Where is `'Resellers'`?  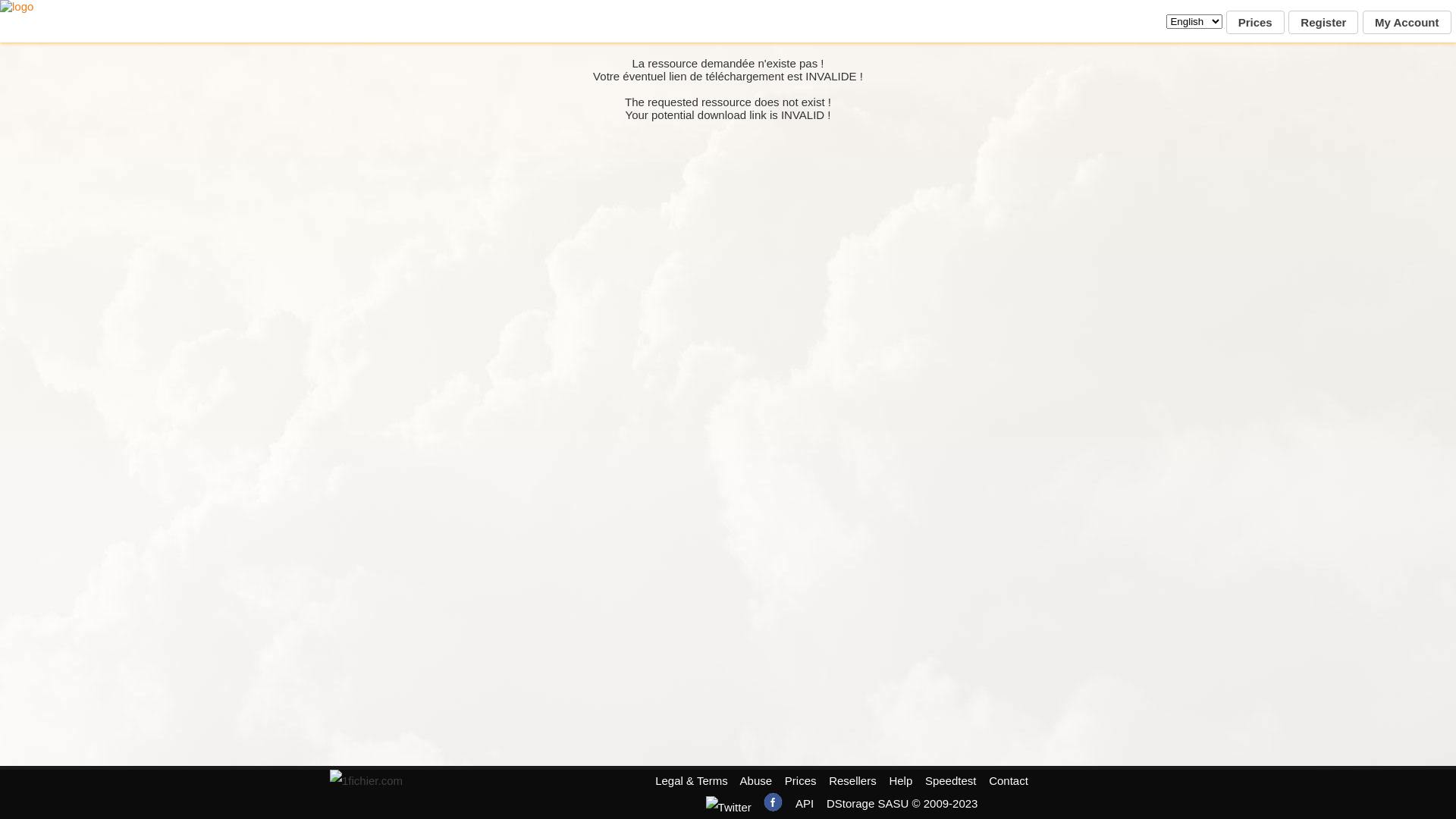 'Resellers' is located at coordinates (852, 780).